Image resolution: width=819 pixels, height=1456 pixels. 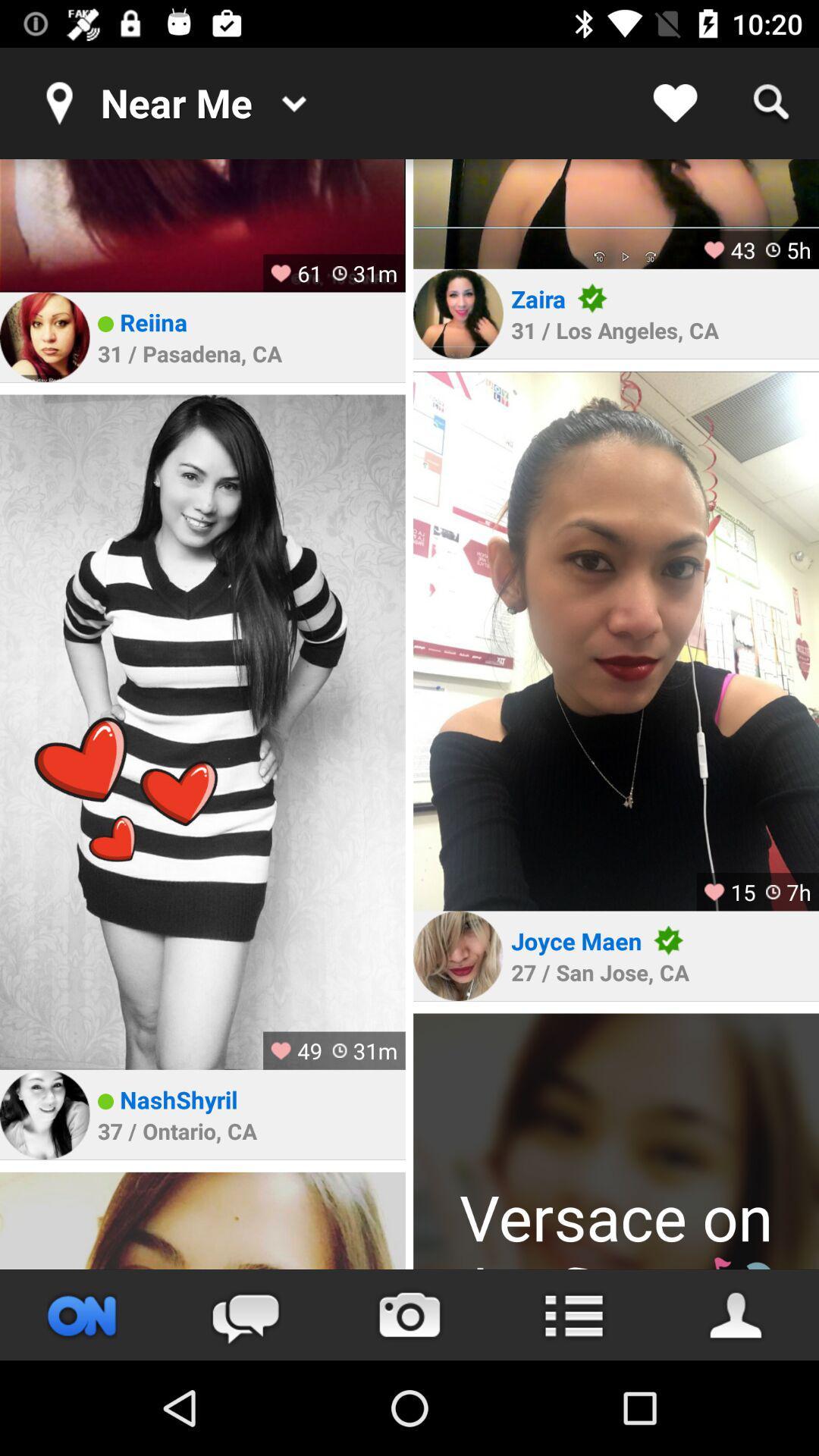 I want to click on see your profile, so click(x=736, y=1314).